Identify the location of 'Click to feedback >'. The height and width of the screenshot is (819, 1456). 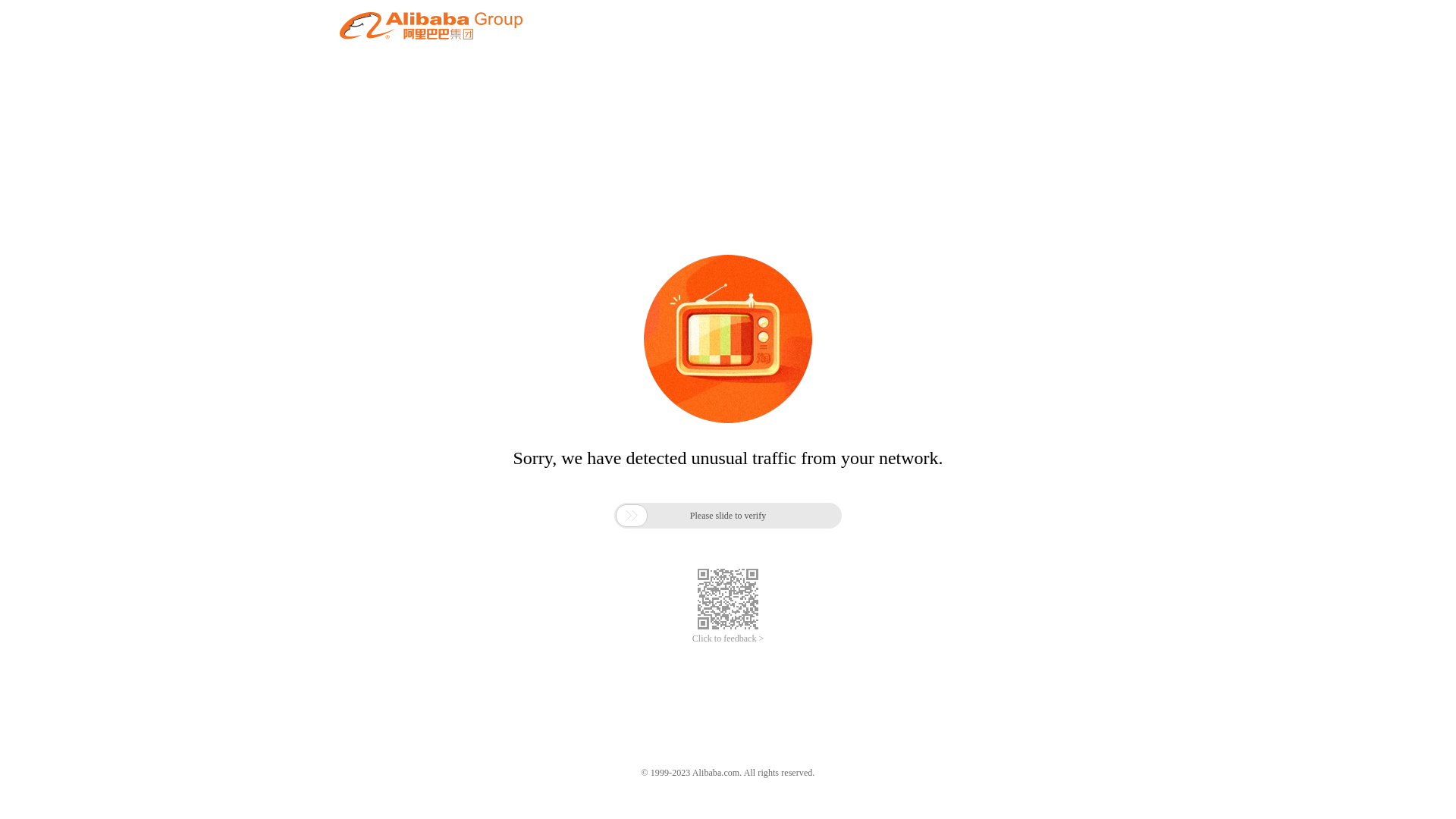
(691, 639).